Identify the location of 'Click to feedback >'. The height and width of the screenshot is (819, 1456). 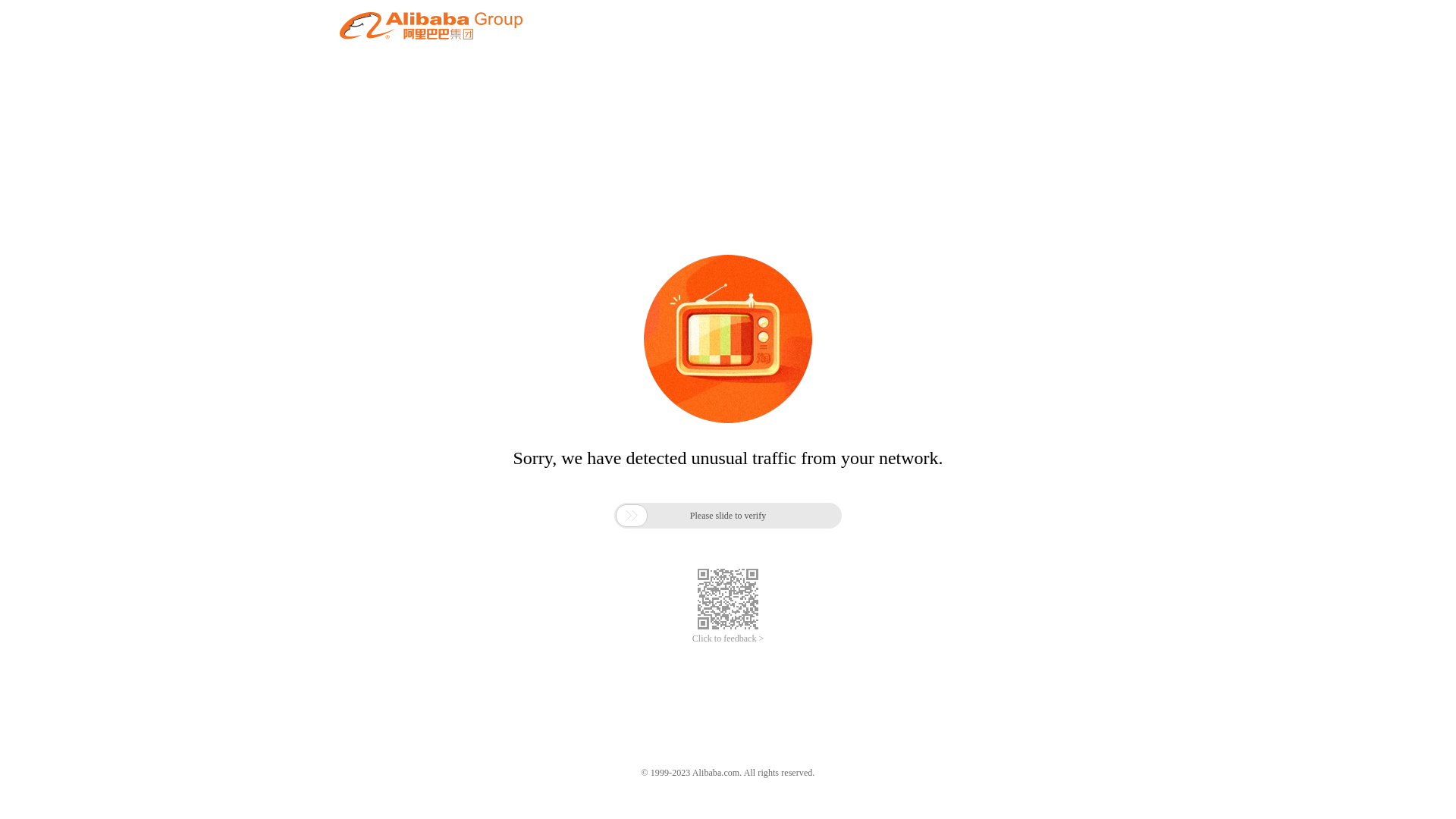
(691, 639).